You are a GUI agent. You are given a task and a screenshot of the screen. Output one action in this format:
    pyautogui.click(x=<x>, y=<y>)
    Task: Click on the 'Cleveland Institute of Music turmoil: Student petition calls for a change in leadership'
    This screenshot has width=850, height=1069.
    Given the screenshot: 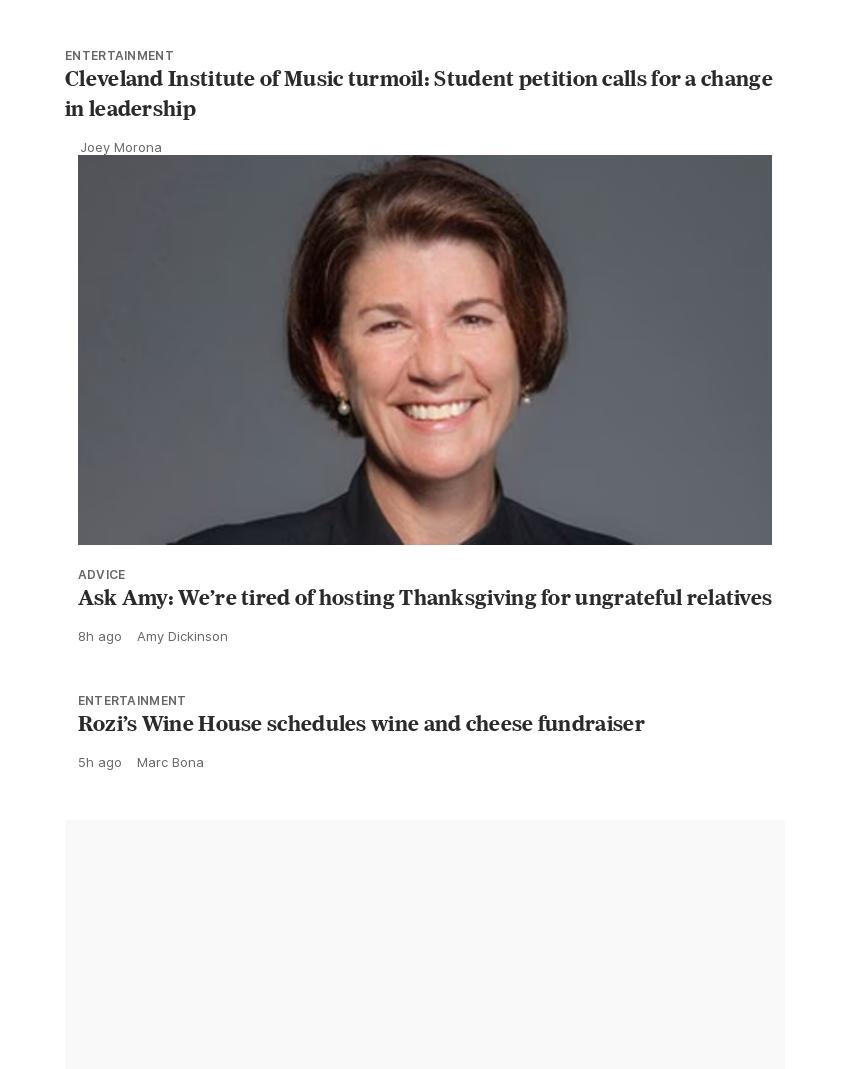 What is the action you would take?
    pyautogui.click(x=418, y=137)
    